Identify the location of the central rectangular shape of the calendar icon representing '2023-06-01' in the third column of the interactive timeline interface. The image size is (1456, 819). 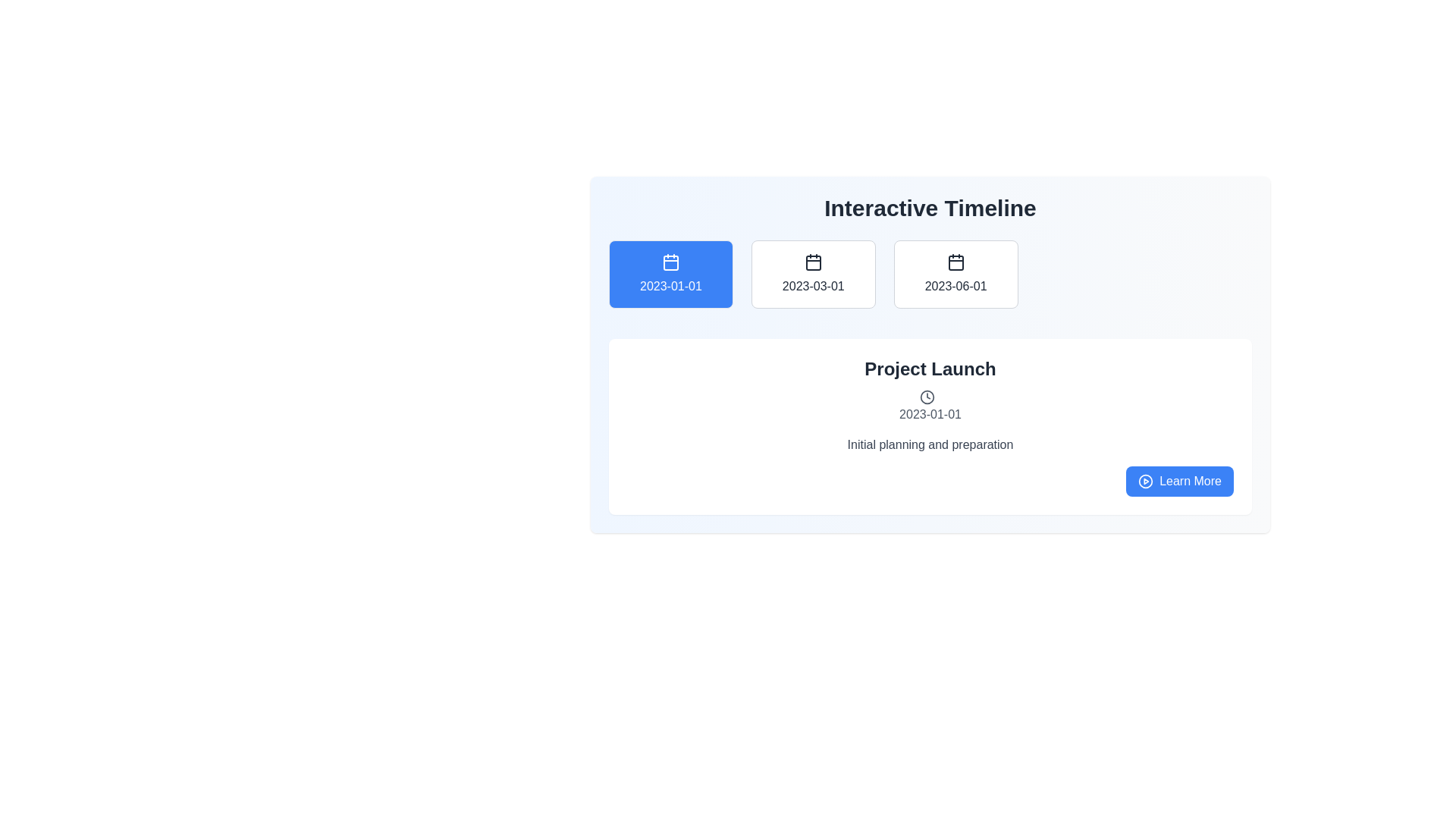
(955, 262).